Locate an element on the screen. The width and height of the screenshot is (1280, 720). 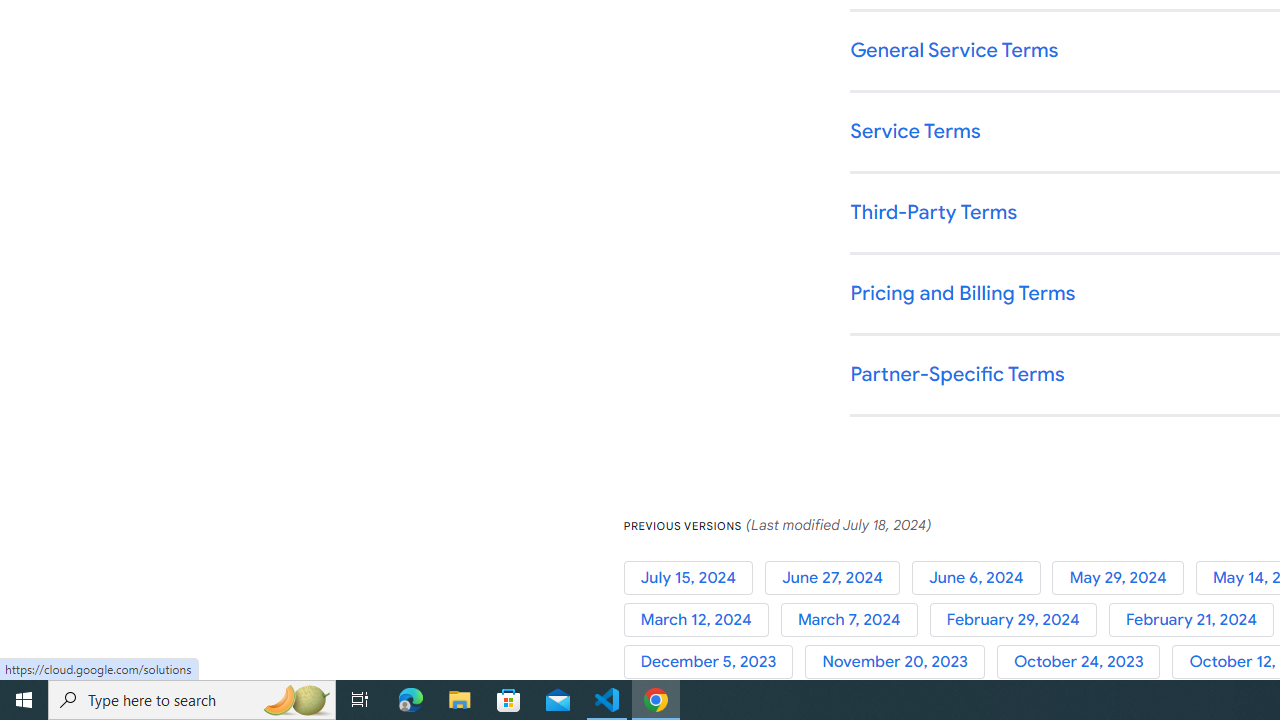
'March 12, 2024' is located at coordinates (702, 619).